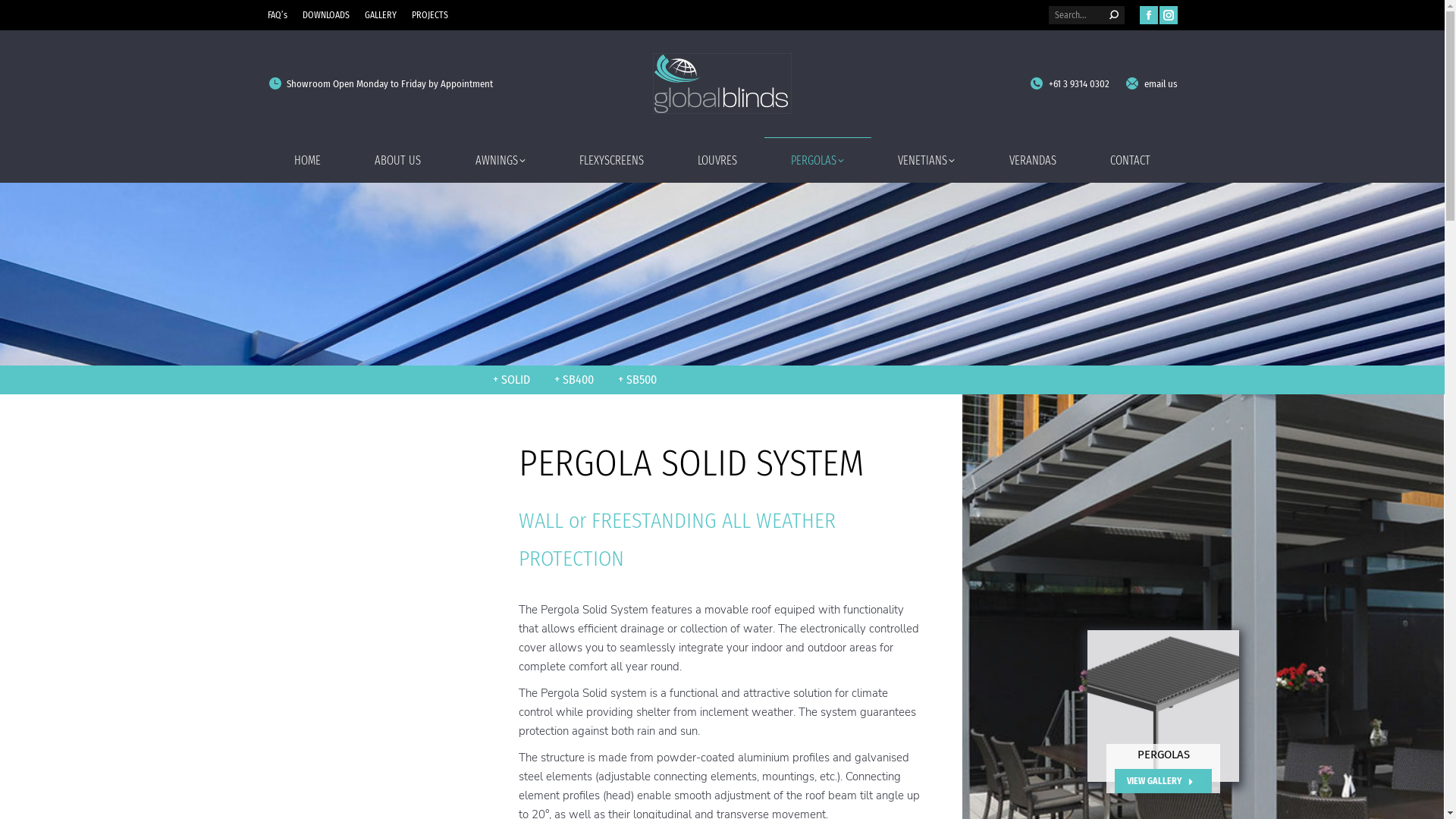  Describe the element at coordinates (379, 14) in the screenshot. I see `'GALLERY'` at that location.